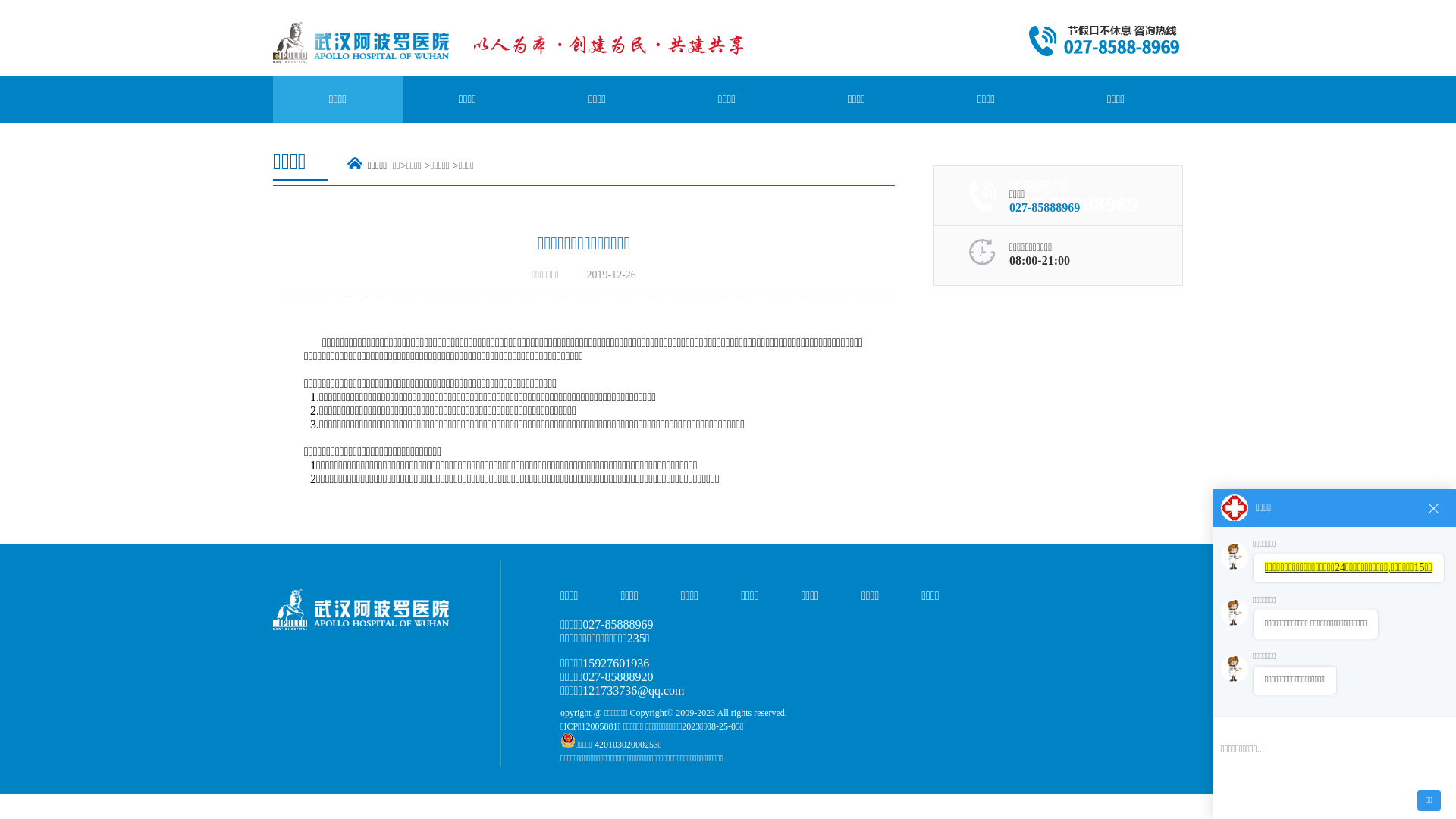  What do you see at coordinates (617, 676) in the screenshot?
I see `'027-85888920'` at bounding box center [617, 676].